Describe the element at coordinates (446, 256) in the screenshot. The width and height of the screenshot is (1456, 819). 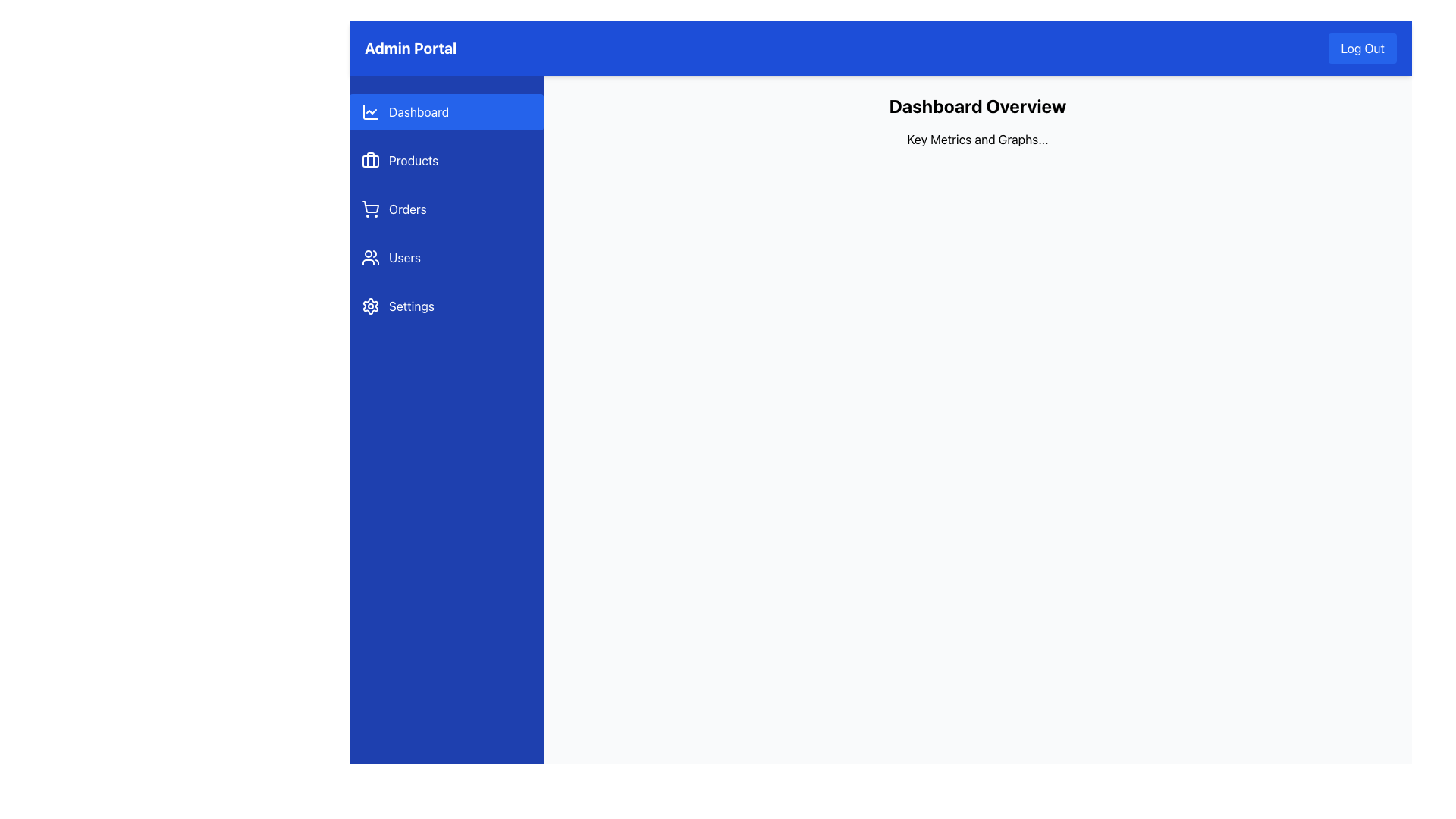
I see `the fourth item in the vertical navigation menu` at that location.